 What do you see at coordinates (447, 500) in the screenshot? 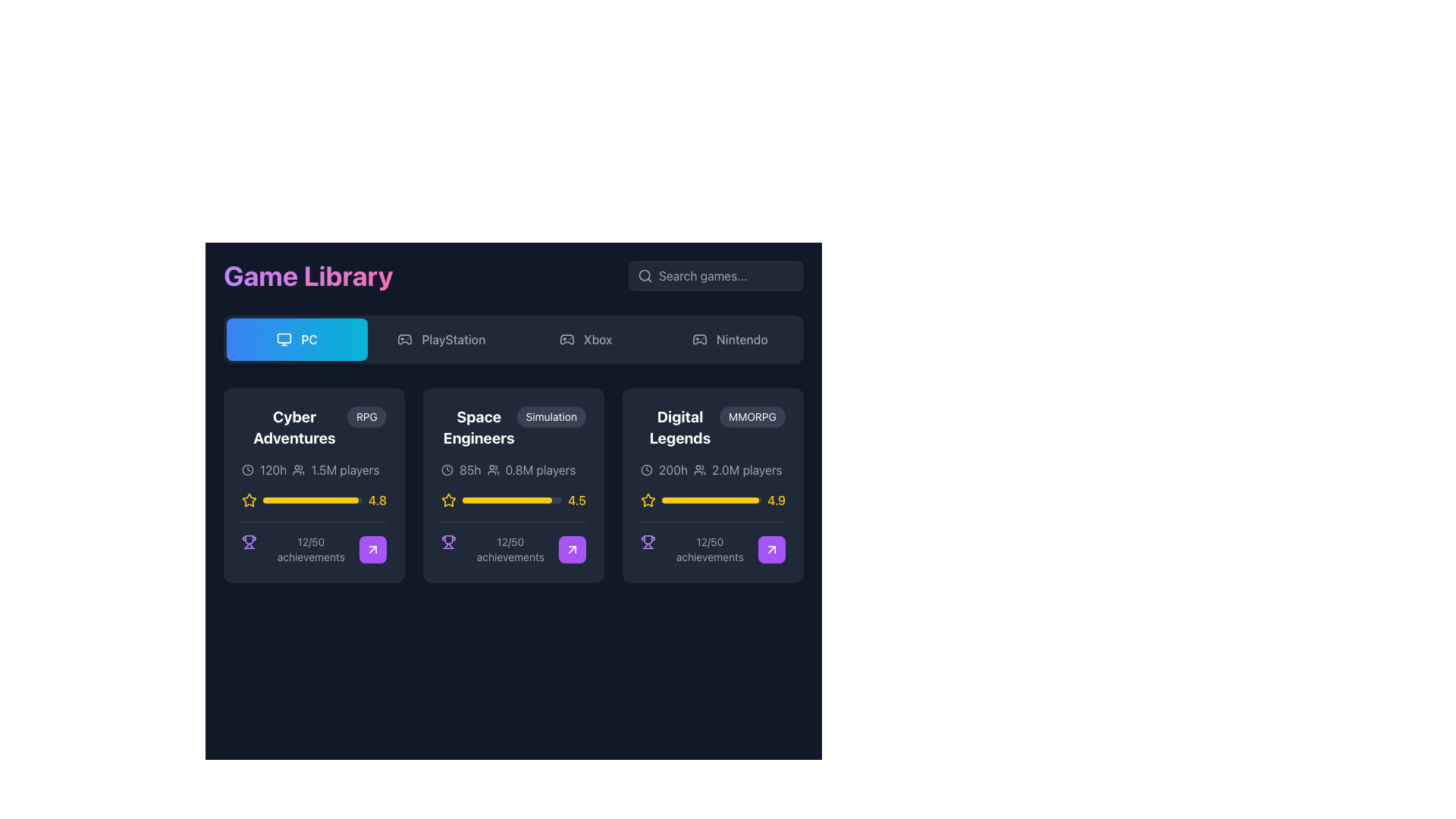
I see `the star icon in the rating section of the 'Space Engineers' game card, which visually represents a rating and is located to the left of the numerical rating '4.5'` at bounding box center [447, 500].